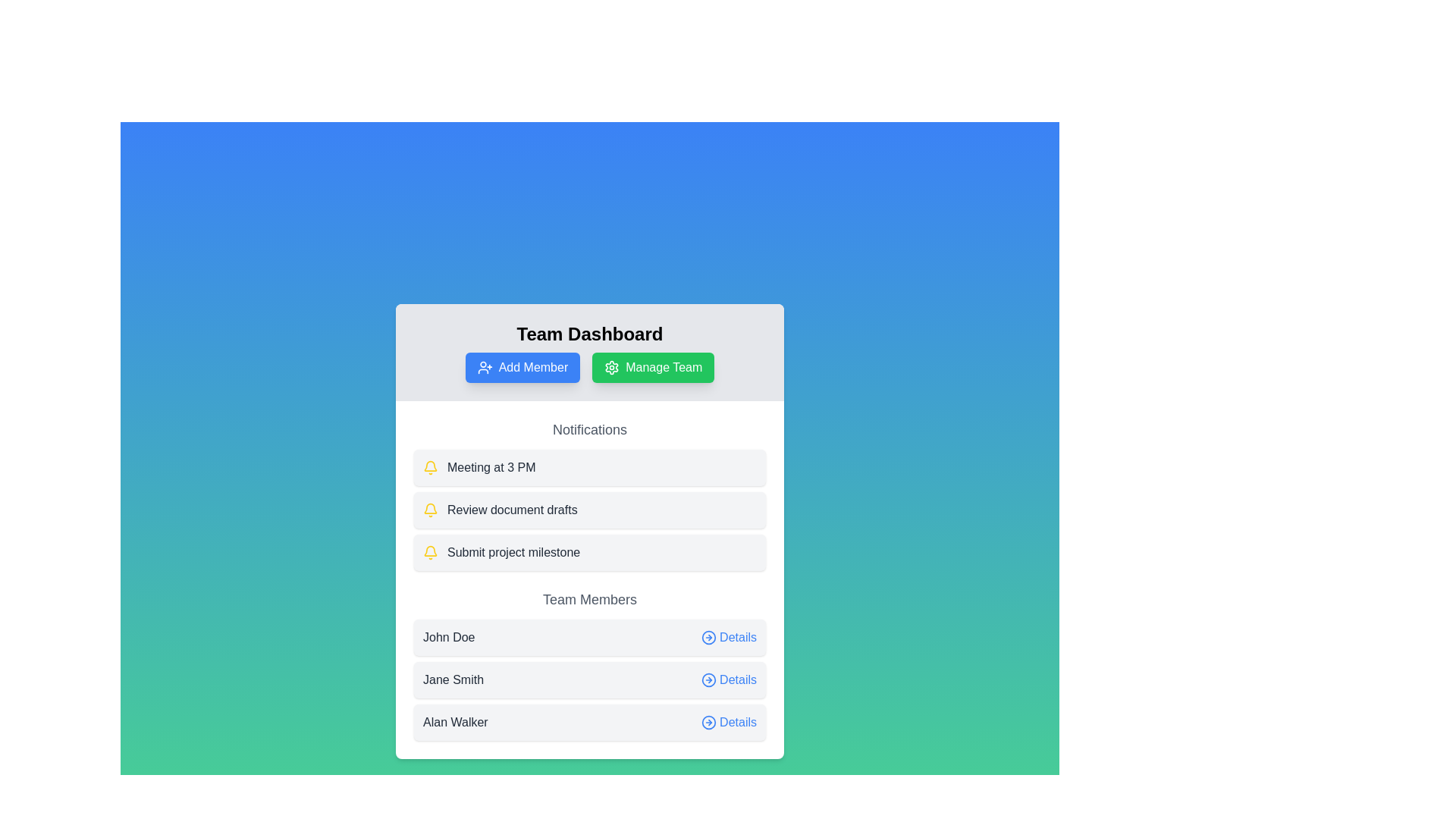 The height and width of the screenshot is (819, 1456). I want to click on the second notification item, so click(588, 510).